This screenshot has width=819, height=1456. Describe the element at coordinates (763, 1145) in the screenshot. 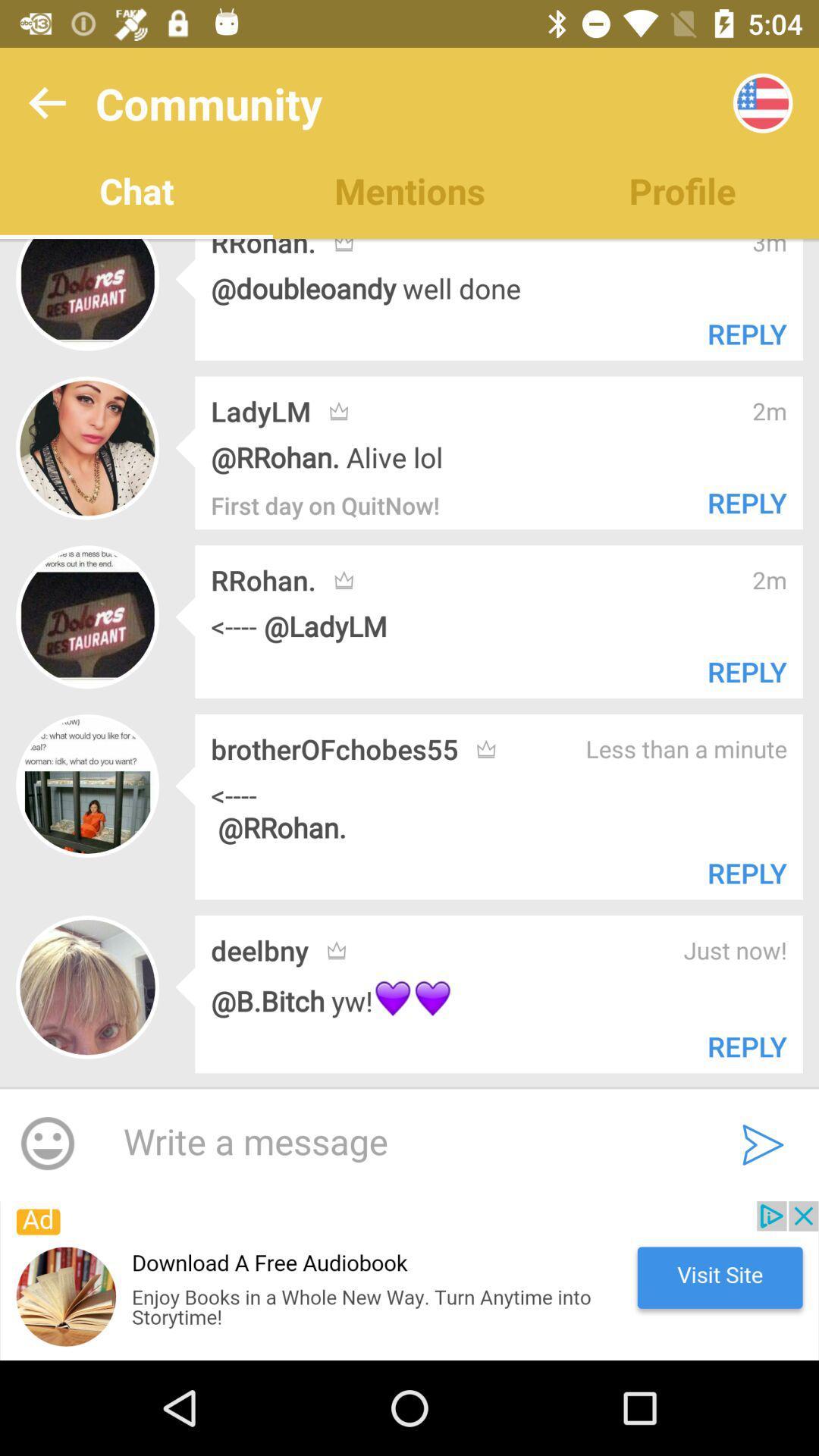

I see `the send icon` at that location.